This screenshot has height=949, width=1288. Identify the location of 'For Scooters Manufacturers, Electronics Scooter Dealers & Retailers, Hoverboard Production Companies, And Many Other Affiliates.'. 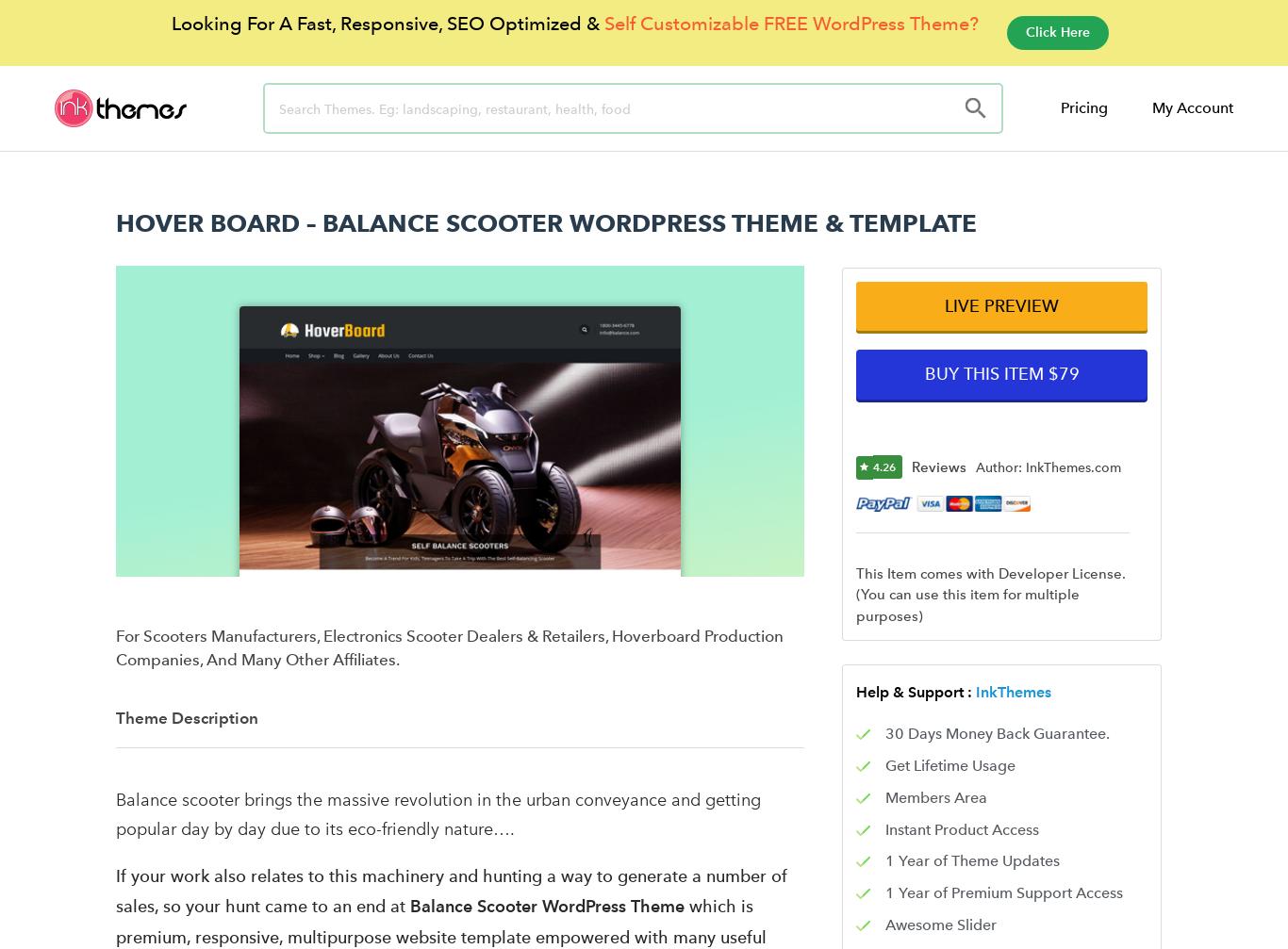
(450, 646).